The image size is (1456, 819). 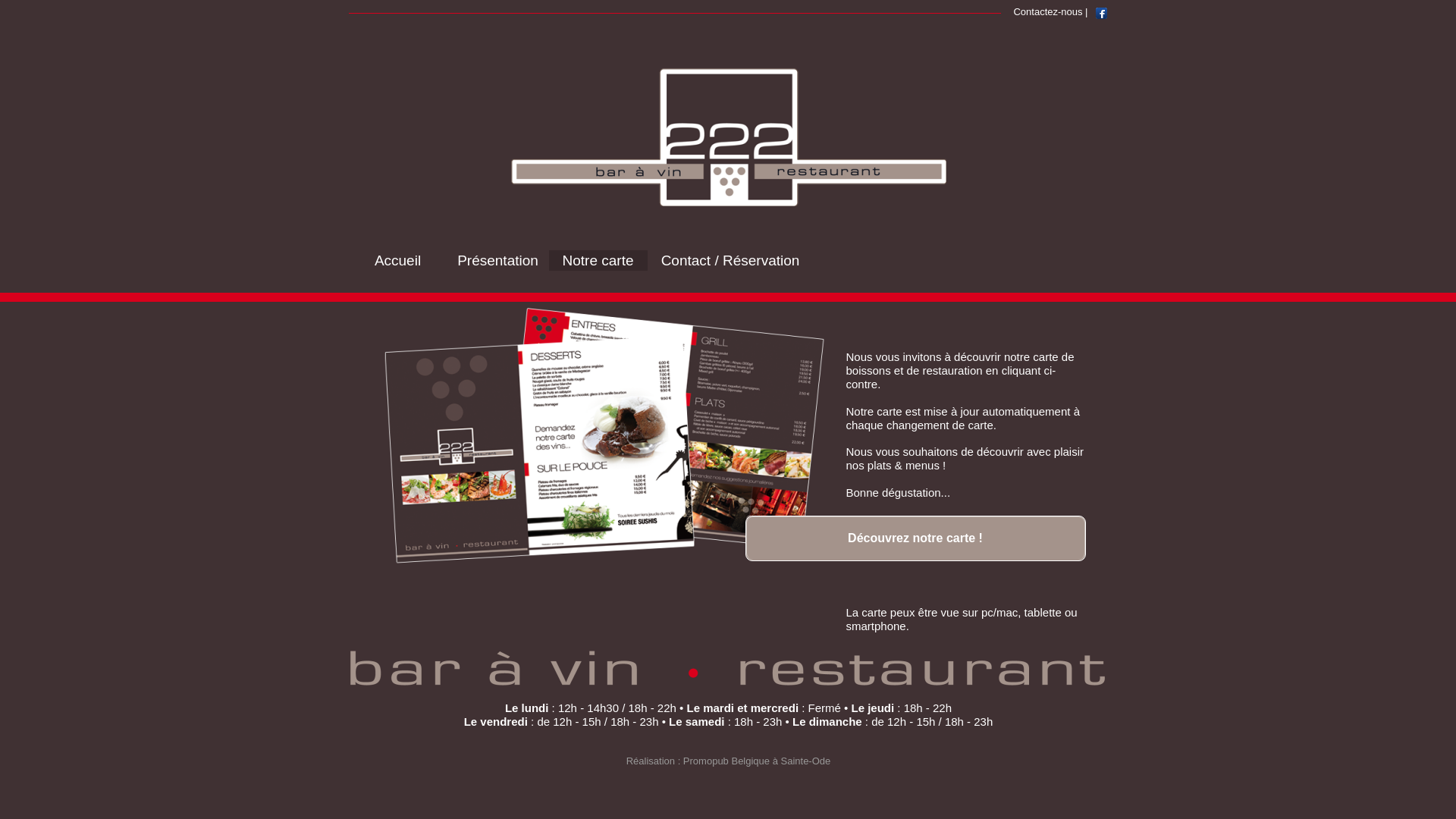 I want to click on 'Contactez-nous', so click(x=1046, y=11).